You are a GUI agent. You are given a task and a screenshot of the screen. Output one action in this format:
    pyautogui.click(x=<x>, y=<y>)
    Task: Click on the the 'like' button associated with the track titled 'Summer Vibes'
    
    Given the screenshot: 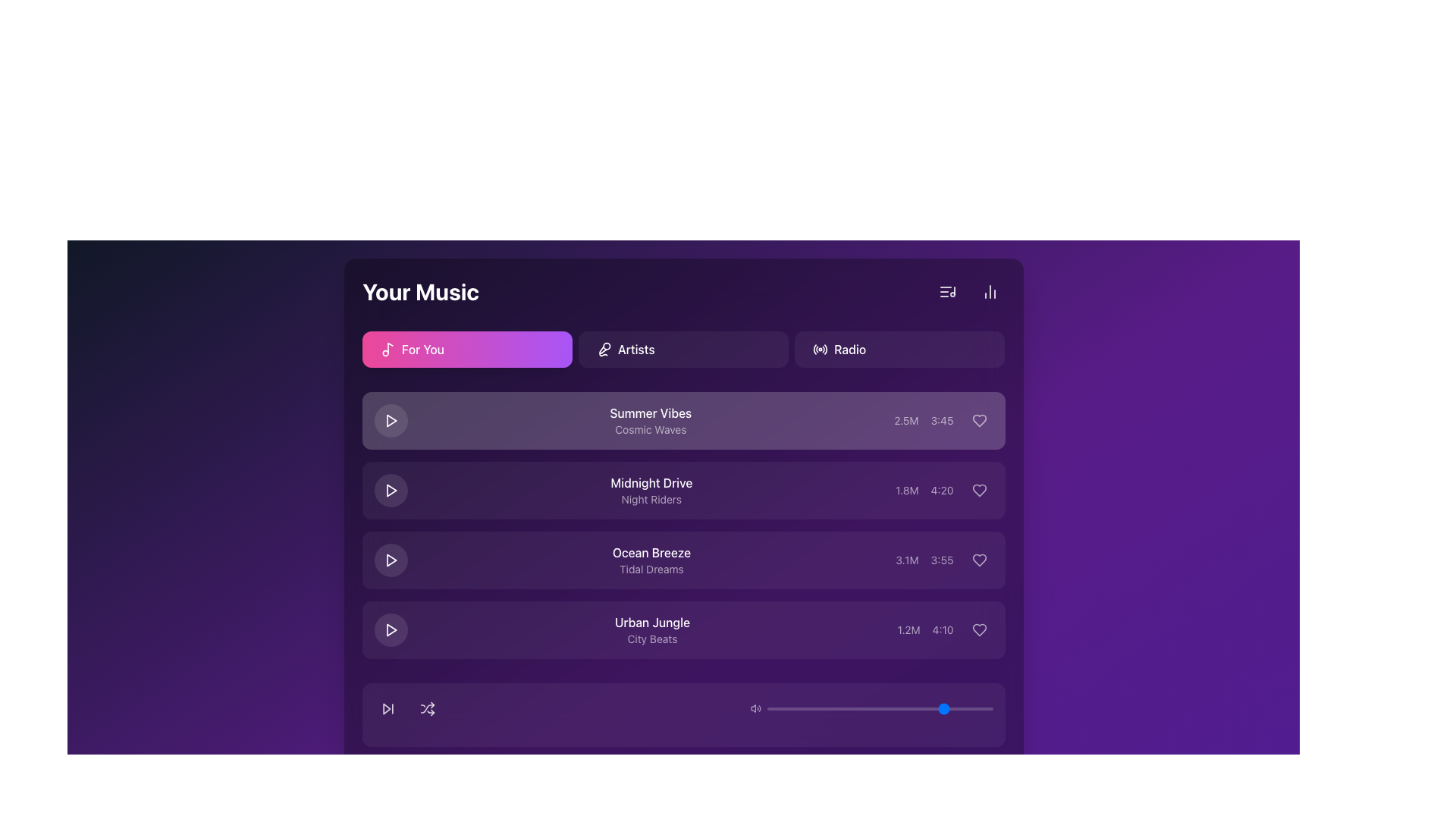 What is the action you would take?
    pyautogui.click(x=979, y=421)
    